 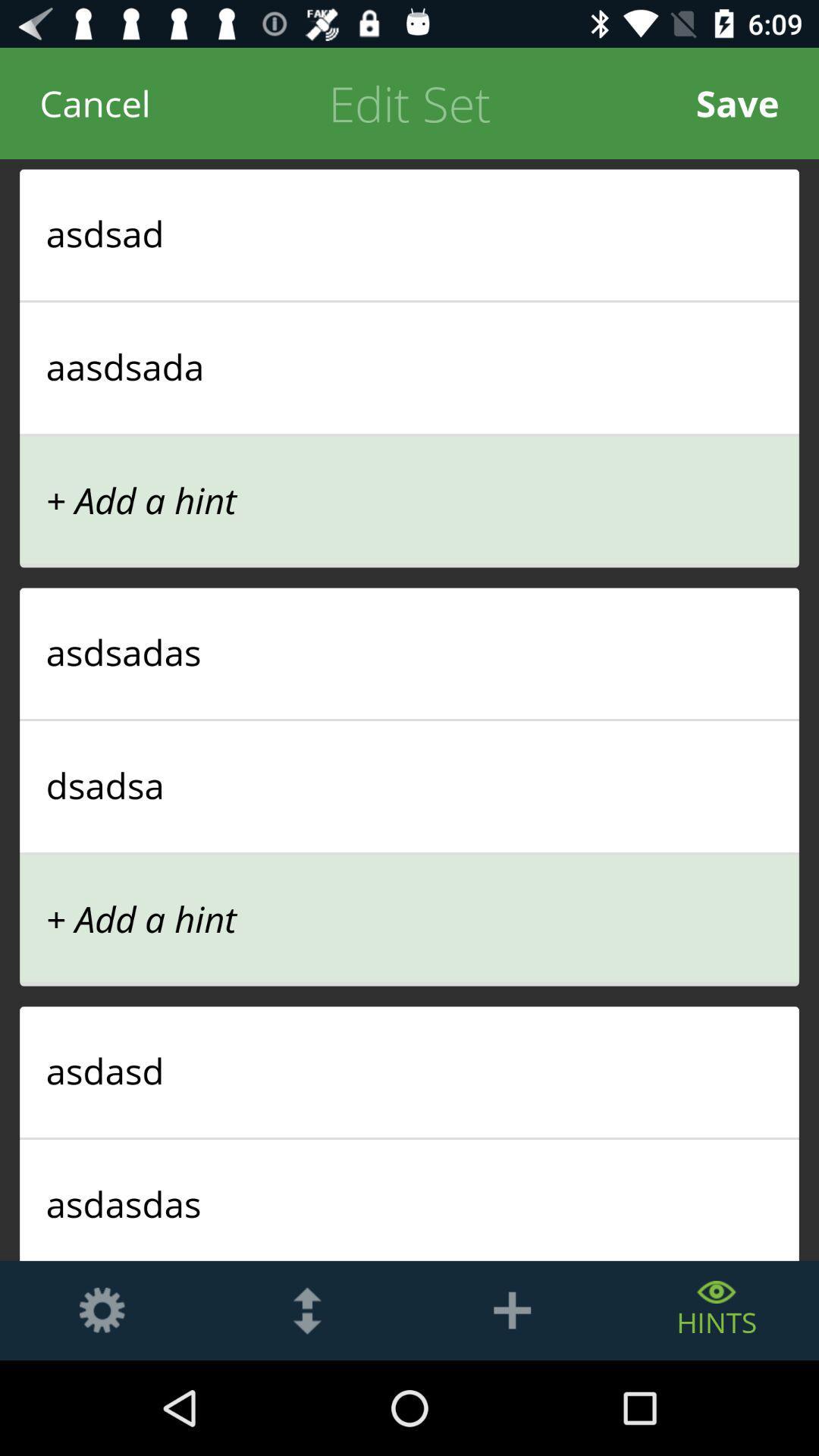 What do you see at coordinates (95, 102) in the screenshot?
I see `item to the left of the edit set item` at bounding box center [95, 102].